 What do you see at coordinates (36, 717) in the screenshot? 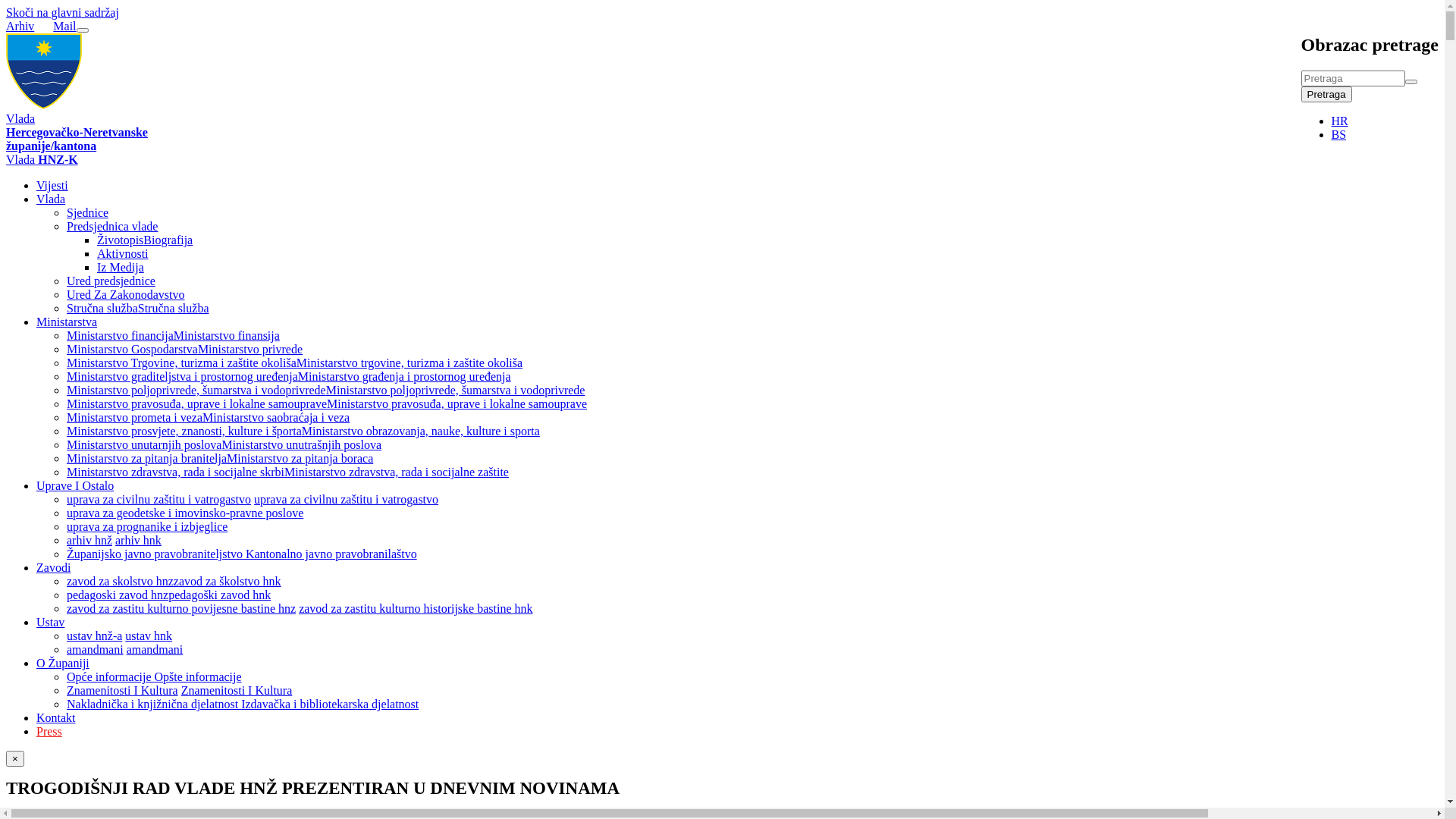
I see `'Kontakt'` at bounding box center [36, 717].